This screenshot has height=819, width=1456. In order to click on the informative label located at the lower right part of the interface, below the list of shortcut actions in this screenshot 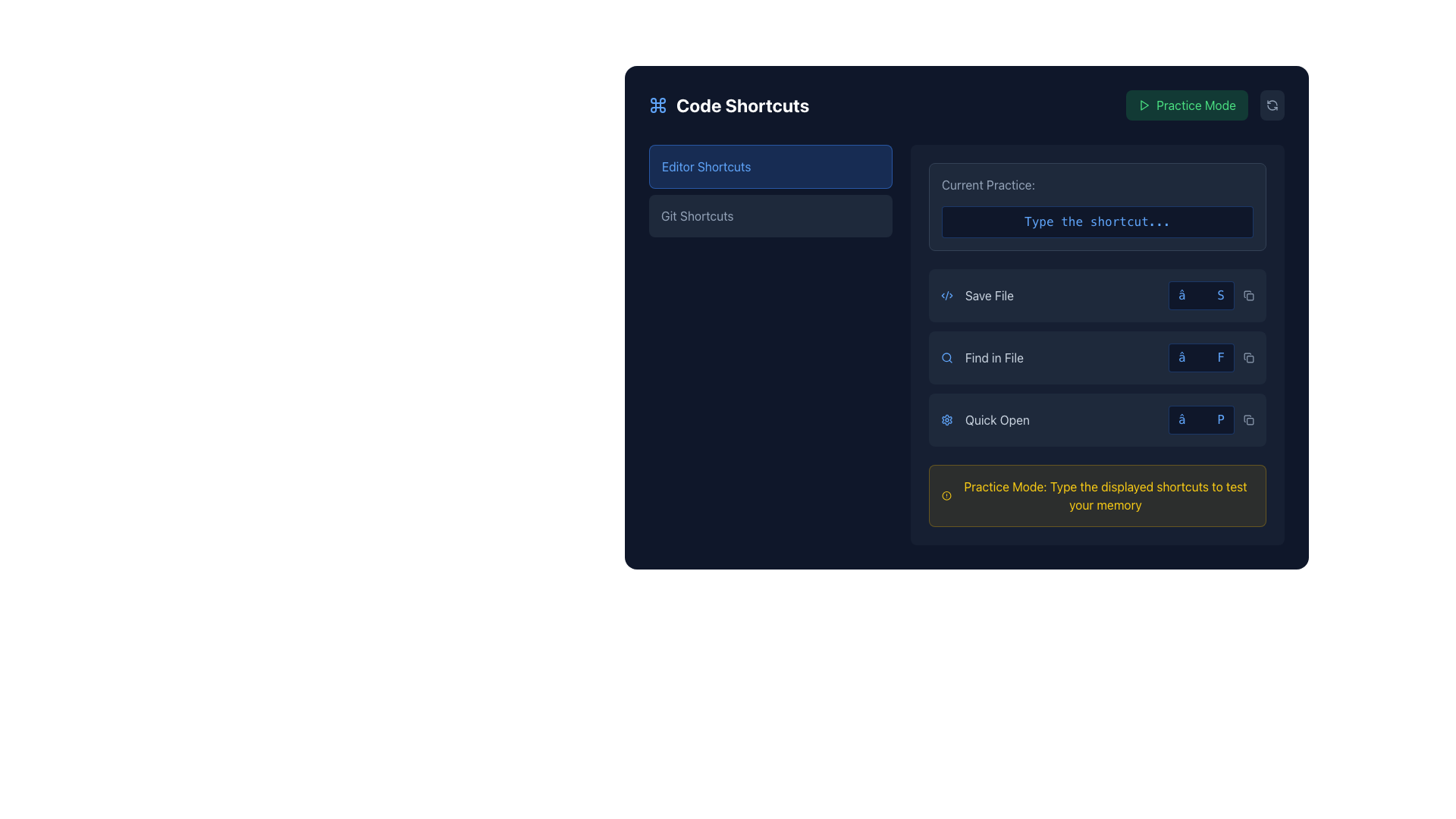, I will do `click(1106, 496)`.